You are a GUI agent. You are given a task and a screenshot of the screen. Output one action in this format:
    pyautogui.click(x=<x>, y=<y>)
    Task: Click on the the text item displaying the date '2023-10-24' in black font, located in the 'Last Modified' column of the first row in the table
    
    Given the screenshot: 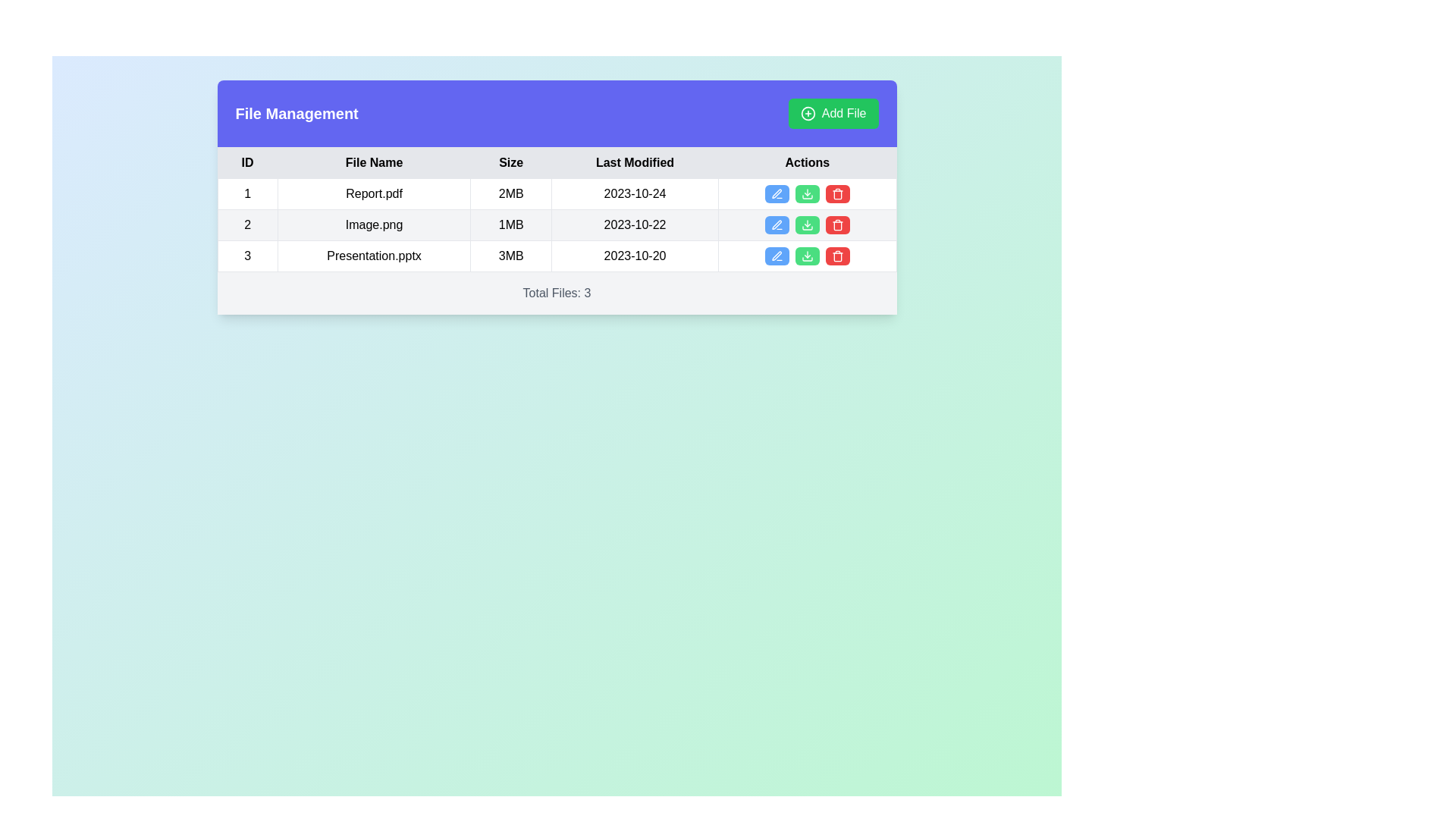 What is the action you would take?
    pyautogui.click(x=635, y=193)
    